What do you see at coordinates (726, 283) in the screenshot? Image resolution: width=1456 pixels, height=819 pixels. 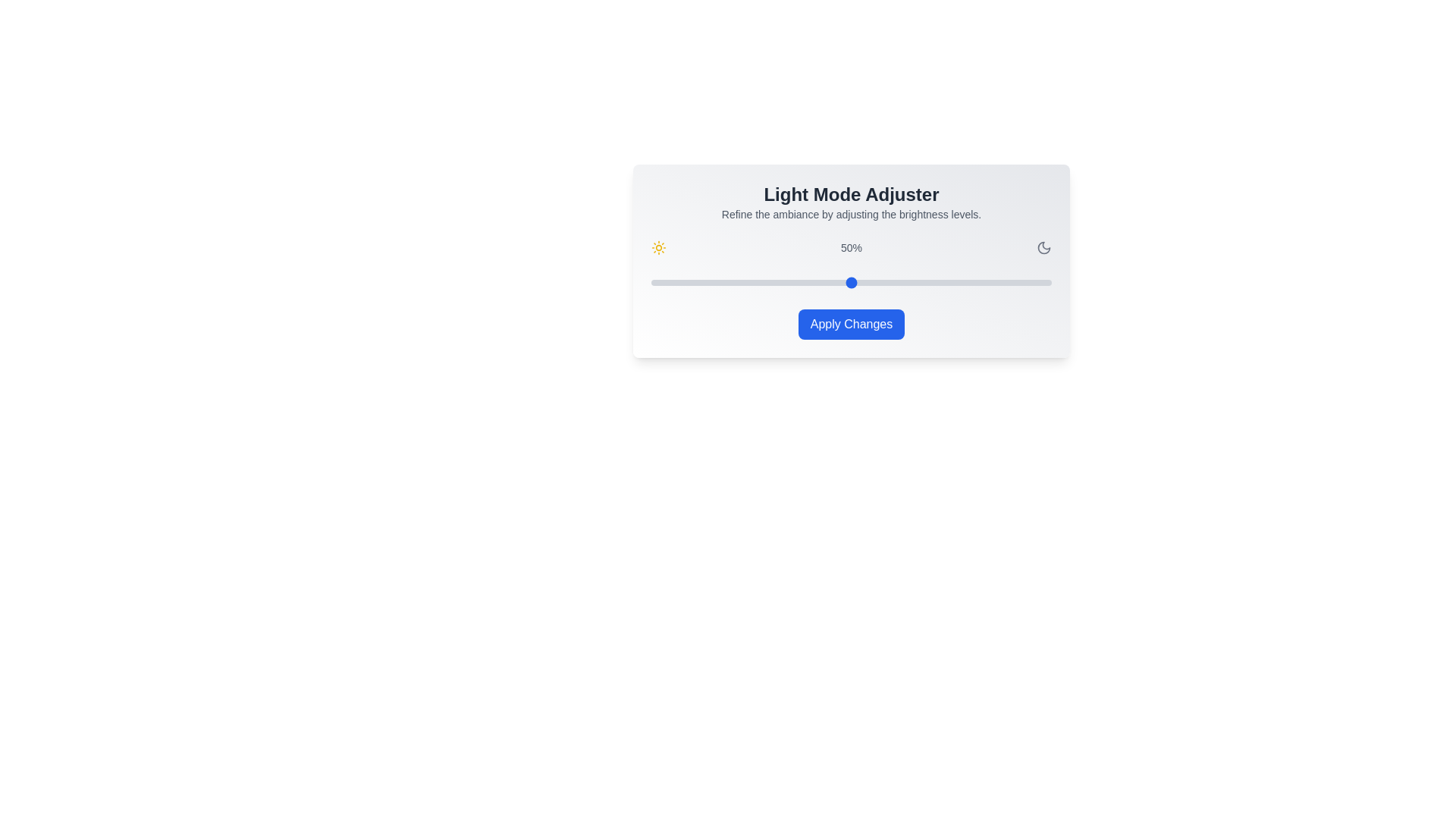 I see `the brightness slider to 19%` at bounding box center [726, 283].